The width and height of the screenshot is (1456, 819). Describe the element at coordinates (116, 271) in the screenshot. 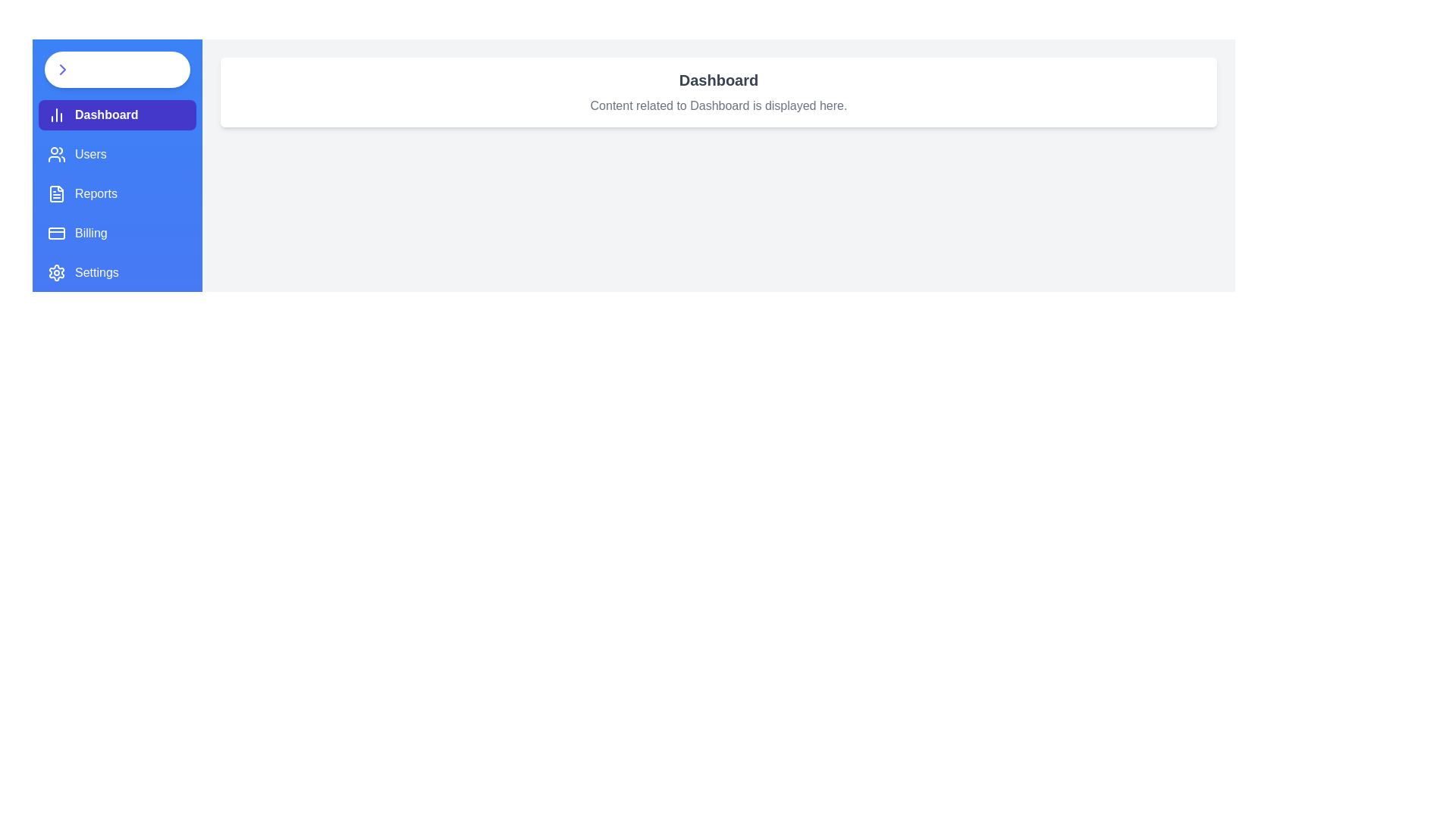

I see `the tab labeled Settings from the sidebar` at that location.